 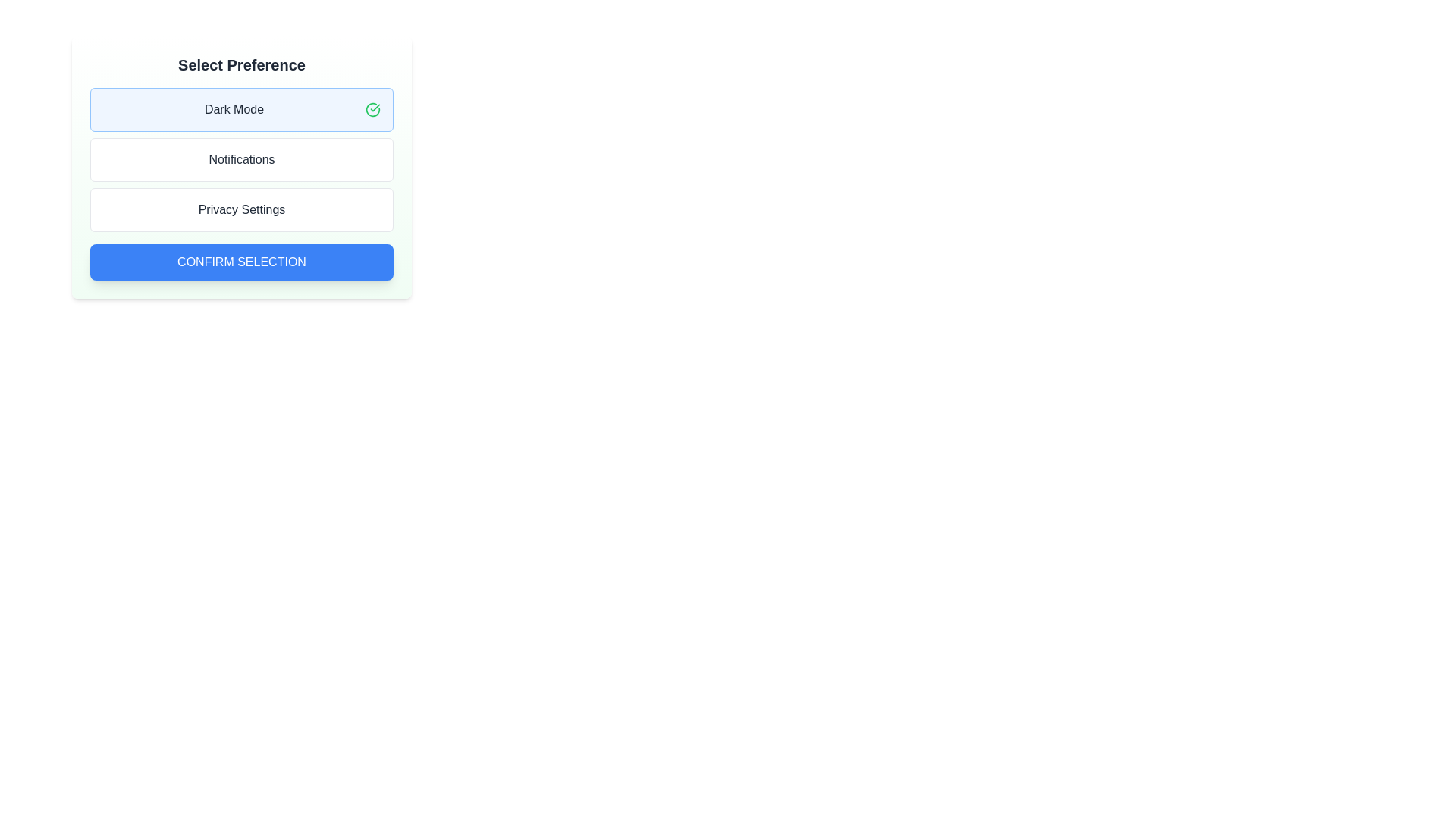 I want to click on the confirmation button located at the bottom of the 'Select Preference' dialog box, so click(x=240, y=262).